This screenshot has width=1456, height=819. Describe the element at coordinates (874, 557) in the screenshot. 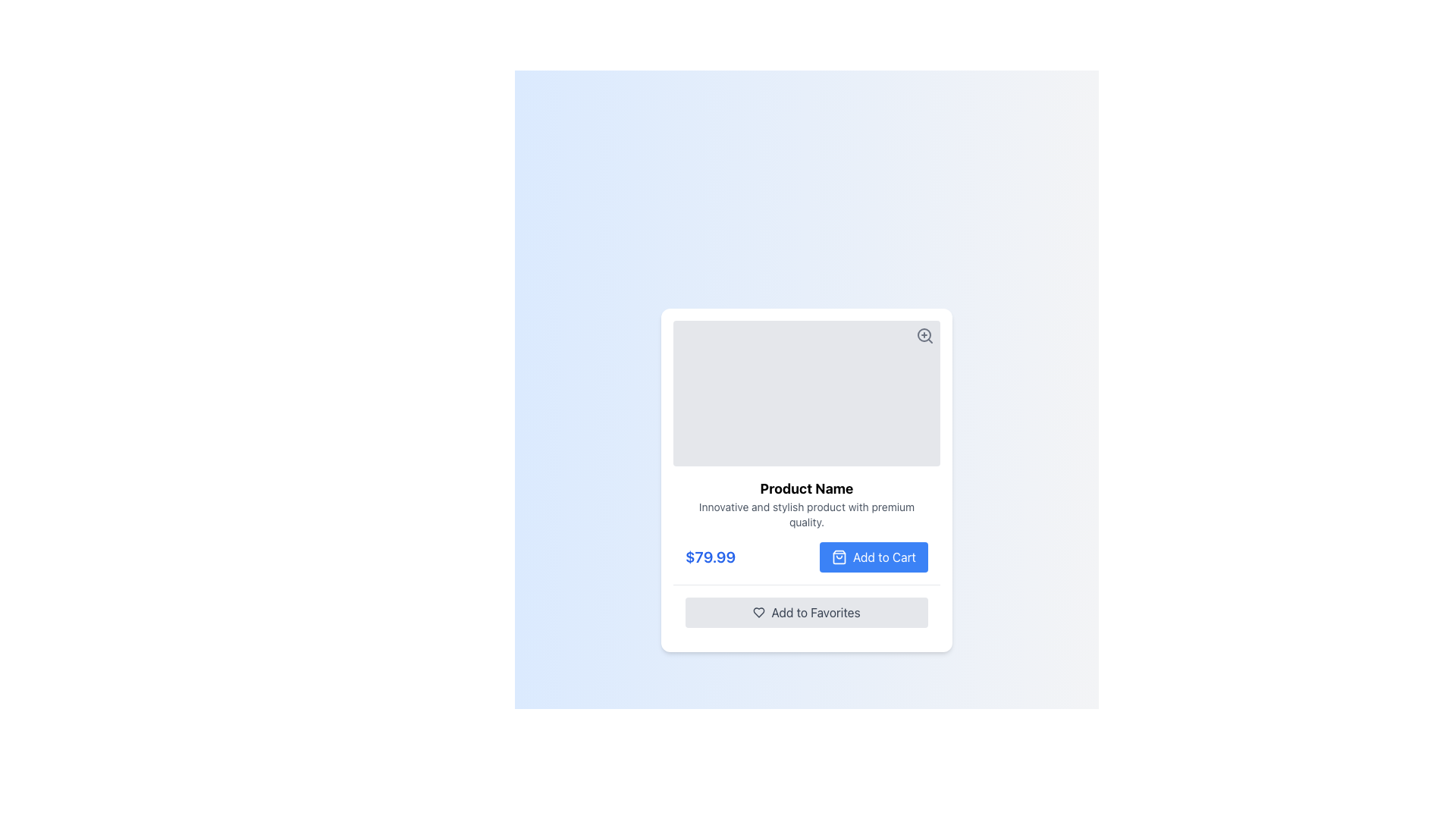

I see `the action button located to the right of the text '$79.99'` at that location.